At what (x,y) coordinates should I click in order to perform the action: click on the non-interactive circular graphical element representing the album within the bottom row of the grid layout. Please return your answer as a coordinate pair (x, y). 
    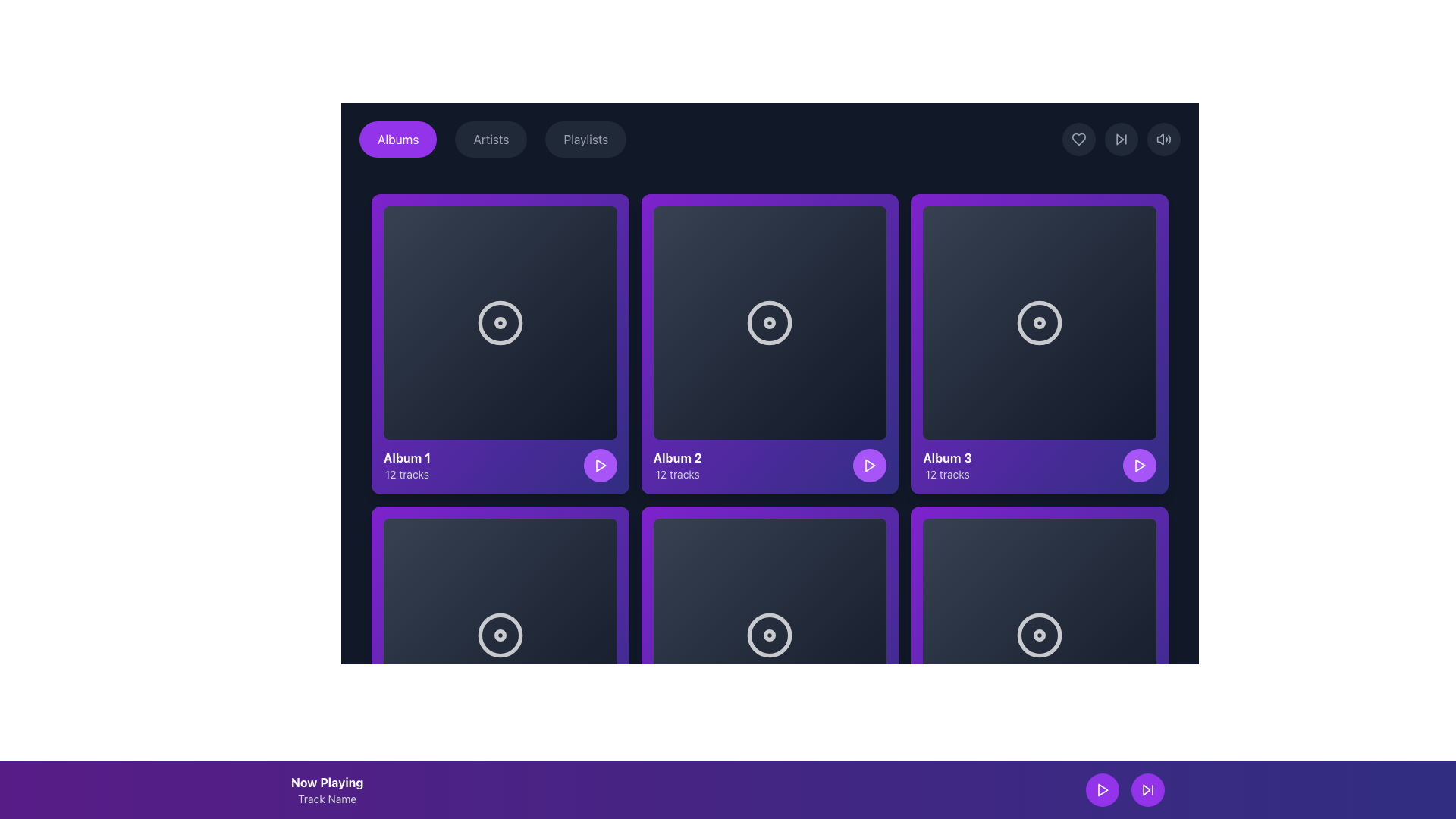
    Looking at the image, I should click on (770, 635).